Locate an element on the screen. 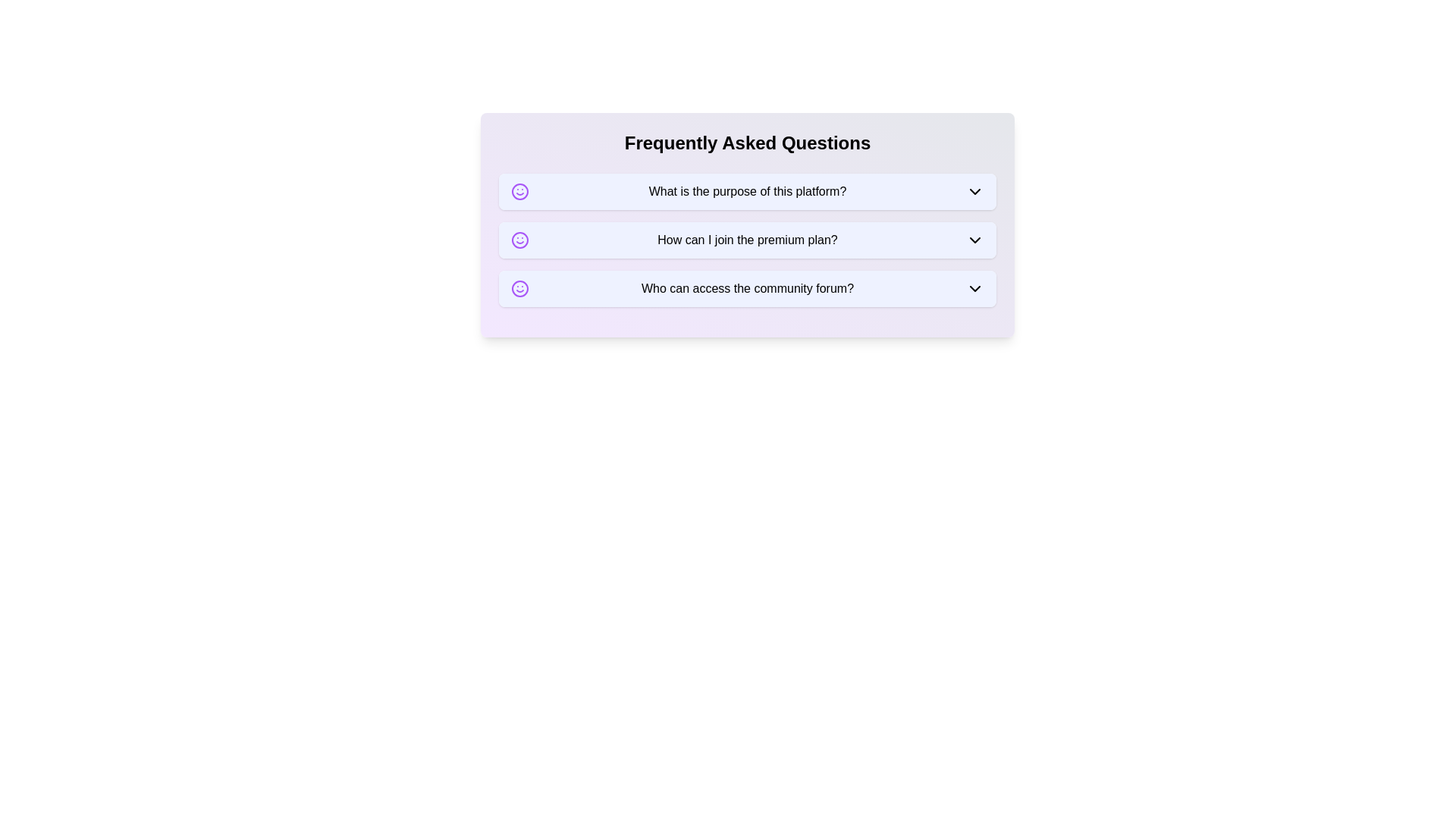  the toggle button (chevron icon) located at the rightmost portion of the middle question bar in the FAQ section is located at coordinates (975, 239).